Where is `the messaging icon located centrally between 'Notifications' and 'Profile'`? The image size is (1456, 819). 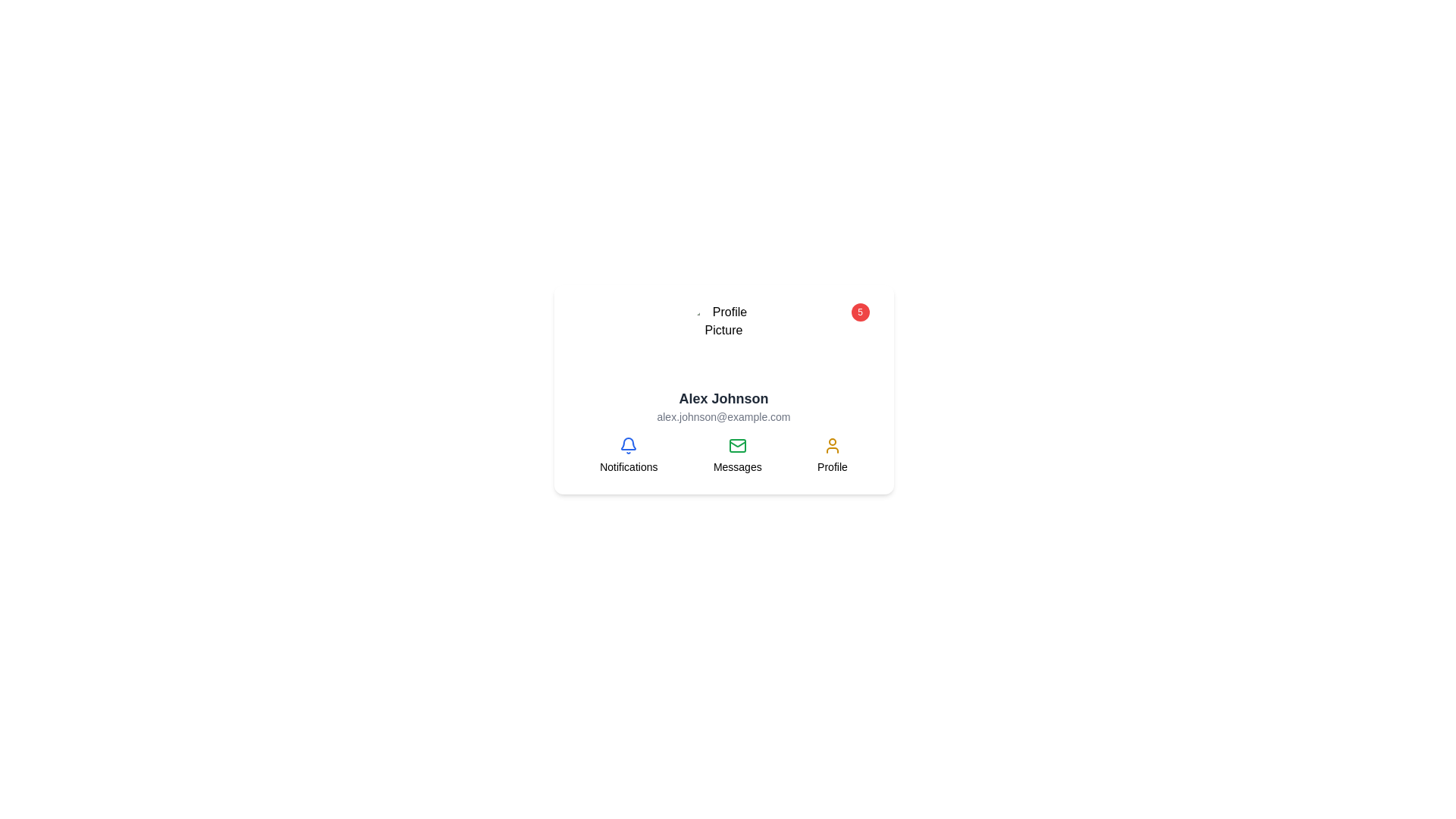 the messaging icon located centrally between 'Notifications' and 'Profile' is located at coordinates (737, 455).